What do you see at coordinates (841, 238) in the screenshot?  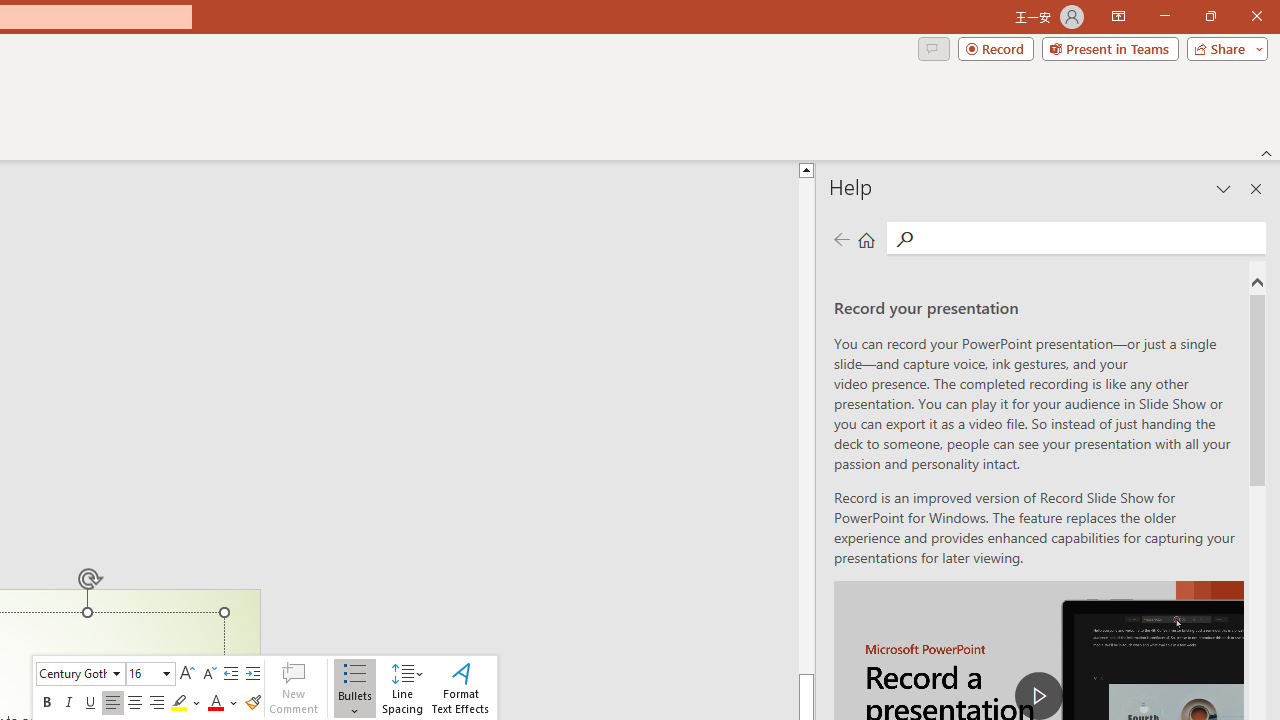 I see `'Previous page'` at bounding box center [841, 238].